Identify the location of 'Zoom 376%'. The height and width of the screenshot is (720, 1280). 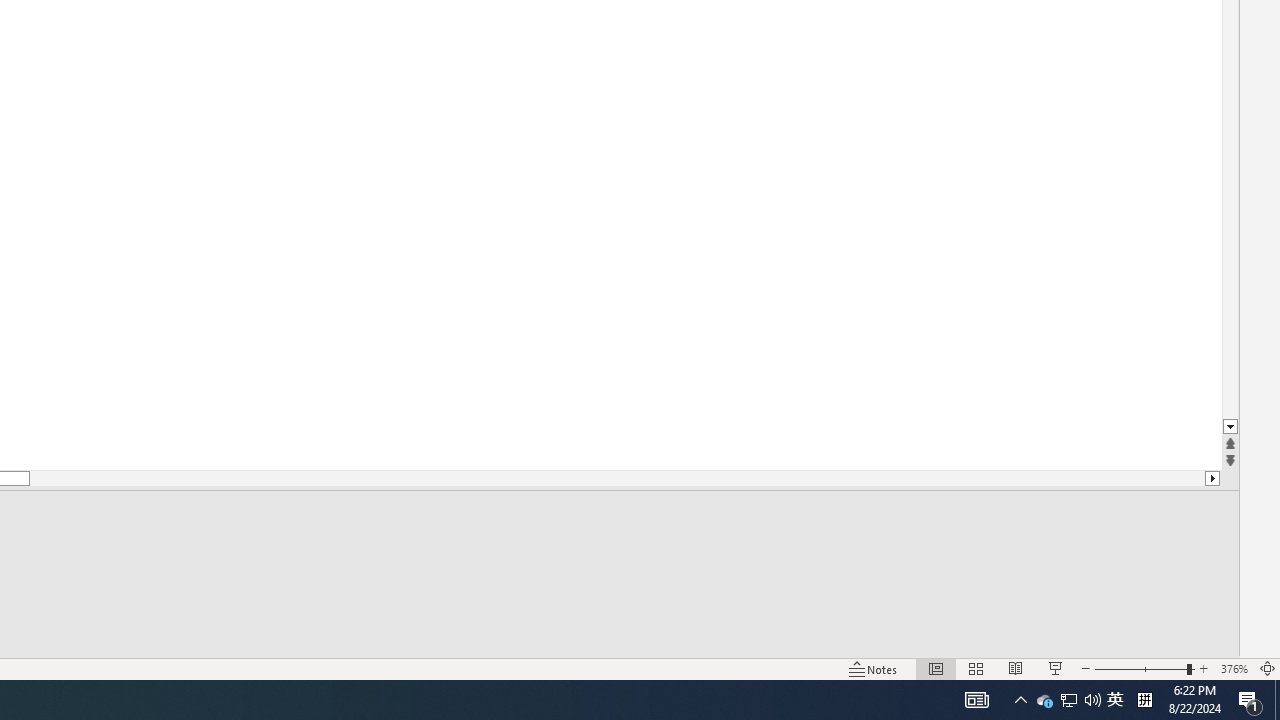
(1233, 669).